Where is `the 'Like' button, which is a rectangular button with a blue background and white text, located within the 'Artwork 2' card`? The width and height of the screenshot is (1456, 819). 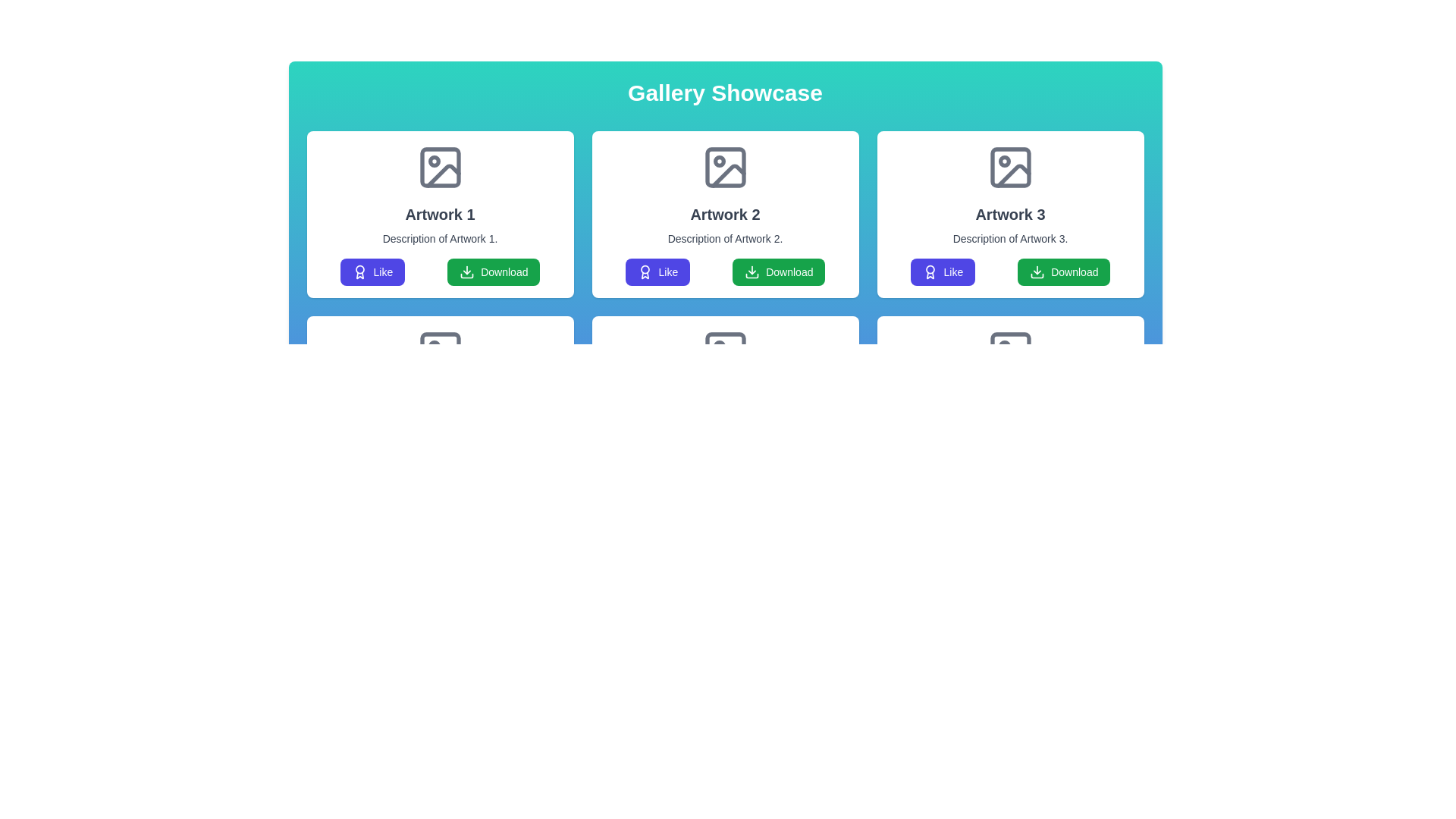
the 'Like' button, which is a rectangular button with a blue background and white text, located within the 'Artwork 2' card is located at coordinates (657, 271).